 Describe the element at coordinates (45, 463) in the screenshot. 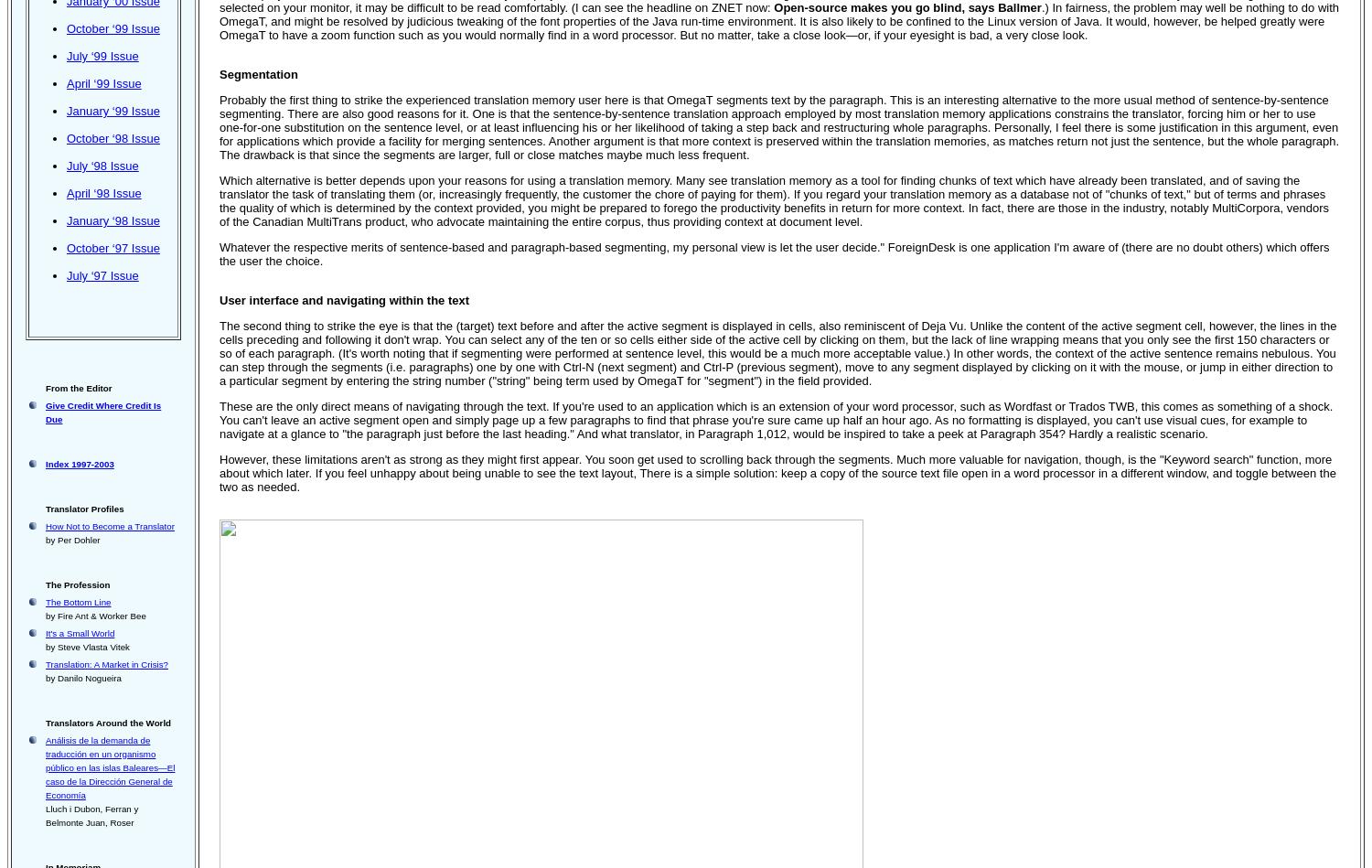

I see `'Index 1997-2003'` at that location.